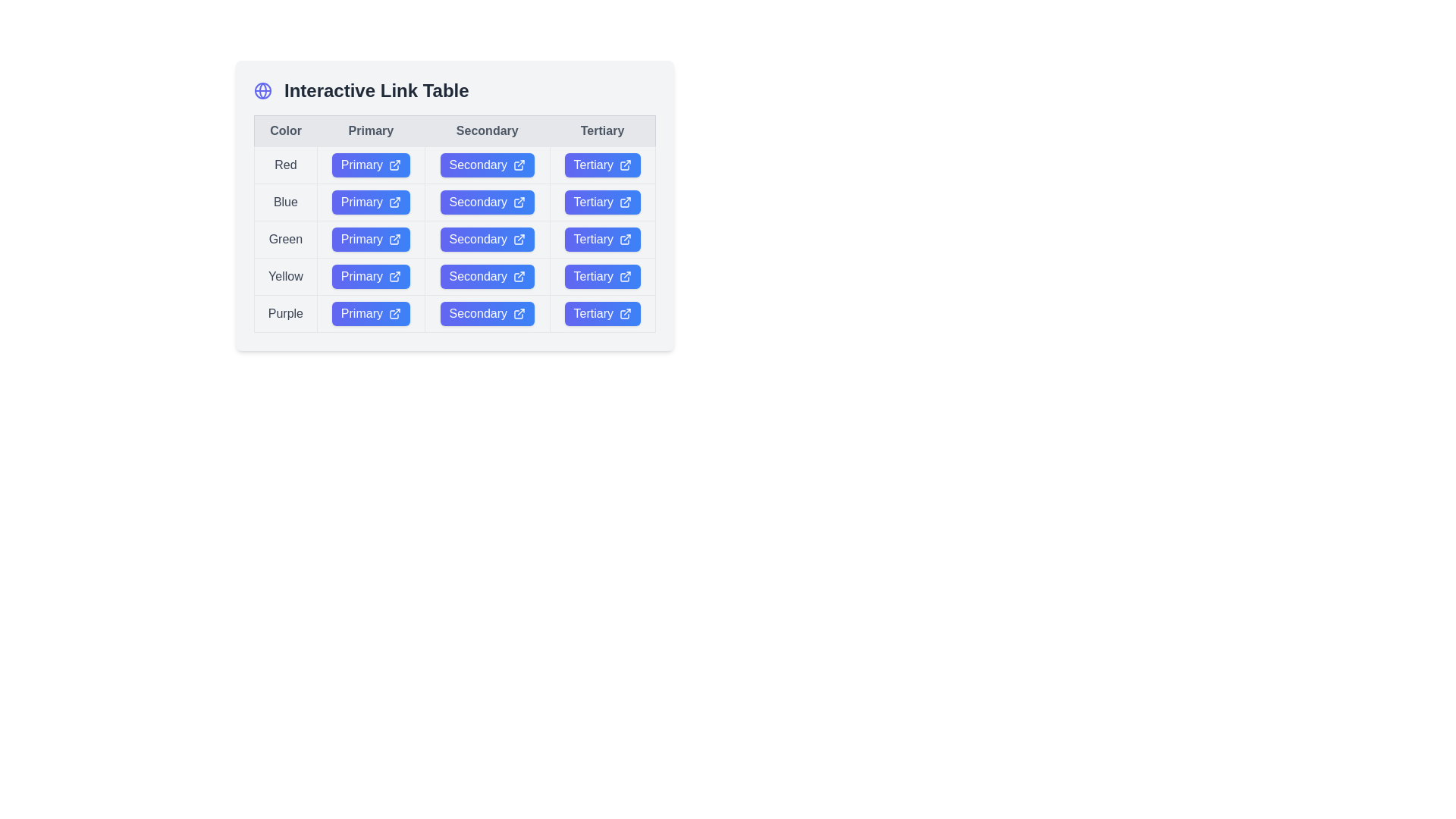 This screenshot has width=1456, height=819. Describe the element at coordinates (454, 239) in the screenshot. I see `the 'Secondary' button with an external link indicator, which has a gradient background from indigo to blue and the text 'Secondary' in white` at that location.